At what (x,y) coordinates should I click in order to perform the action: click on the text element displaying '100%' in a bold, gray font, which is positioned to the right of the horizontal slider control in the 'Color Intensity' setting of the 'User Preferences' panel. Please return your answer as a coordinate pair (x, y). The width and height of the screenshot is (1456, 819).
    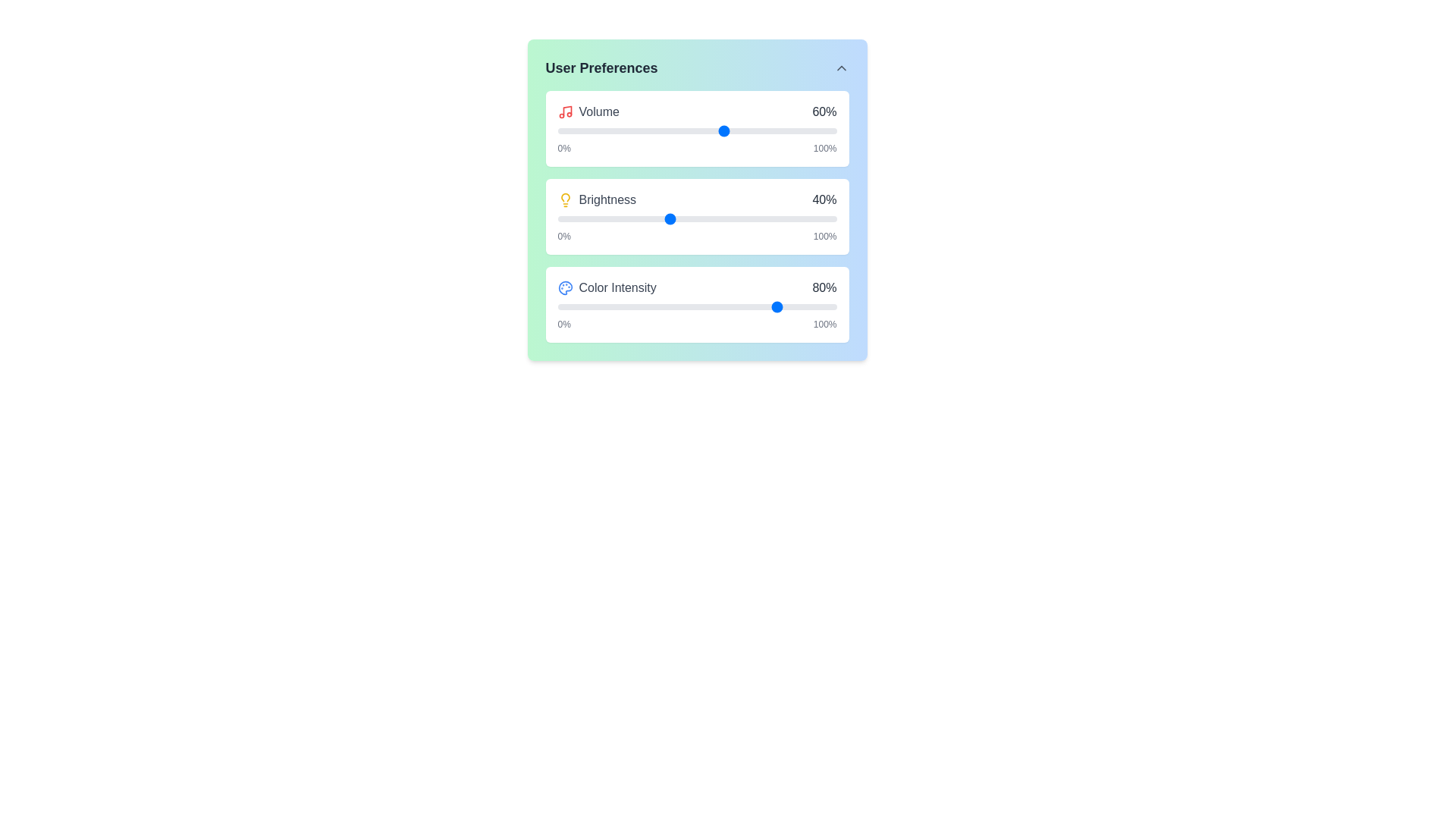
    Looking at the image, I should click on (824, 324).